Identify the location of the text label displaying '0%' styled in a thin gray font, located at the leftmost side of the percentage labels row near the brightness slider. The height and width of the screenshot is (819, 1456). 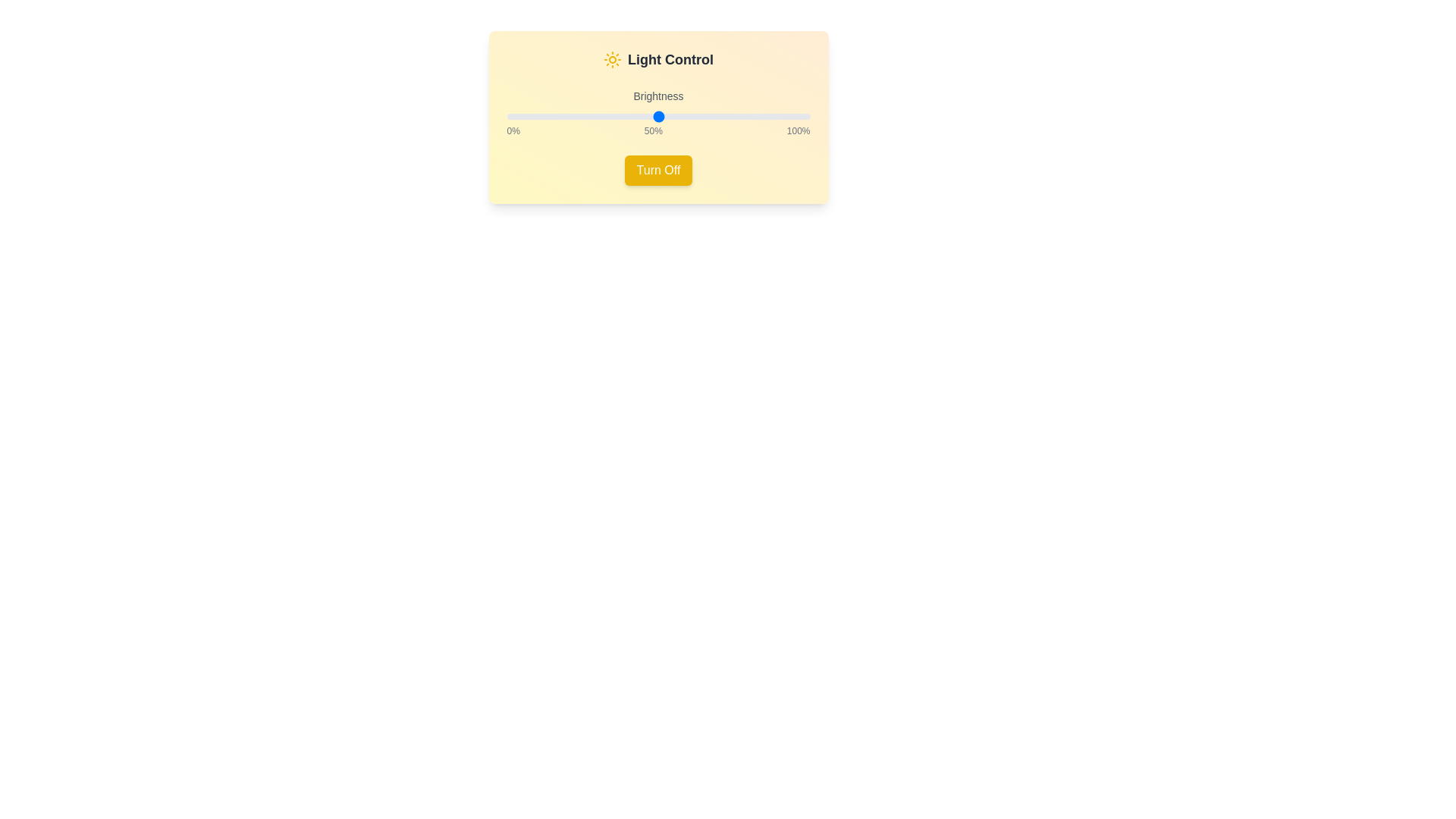
(513, 130).